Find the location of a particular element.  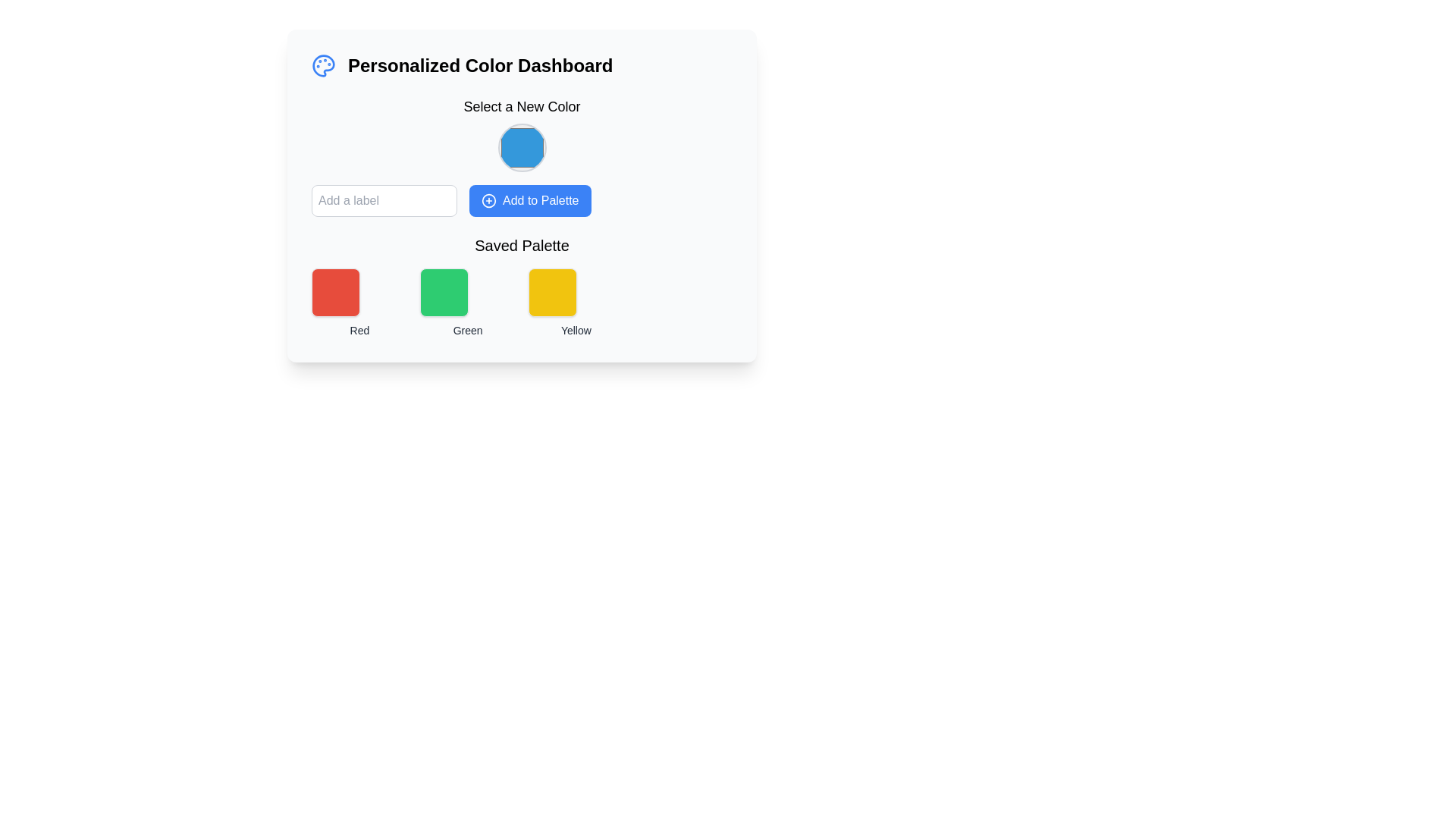

the delete button in the top-right corner of the 'Yellow' palette item to change its color to red is located at coordinates (613, 278).